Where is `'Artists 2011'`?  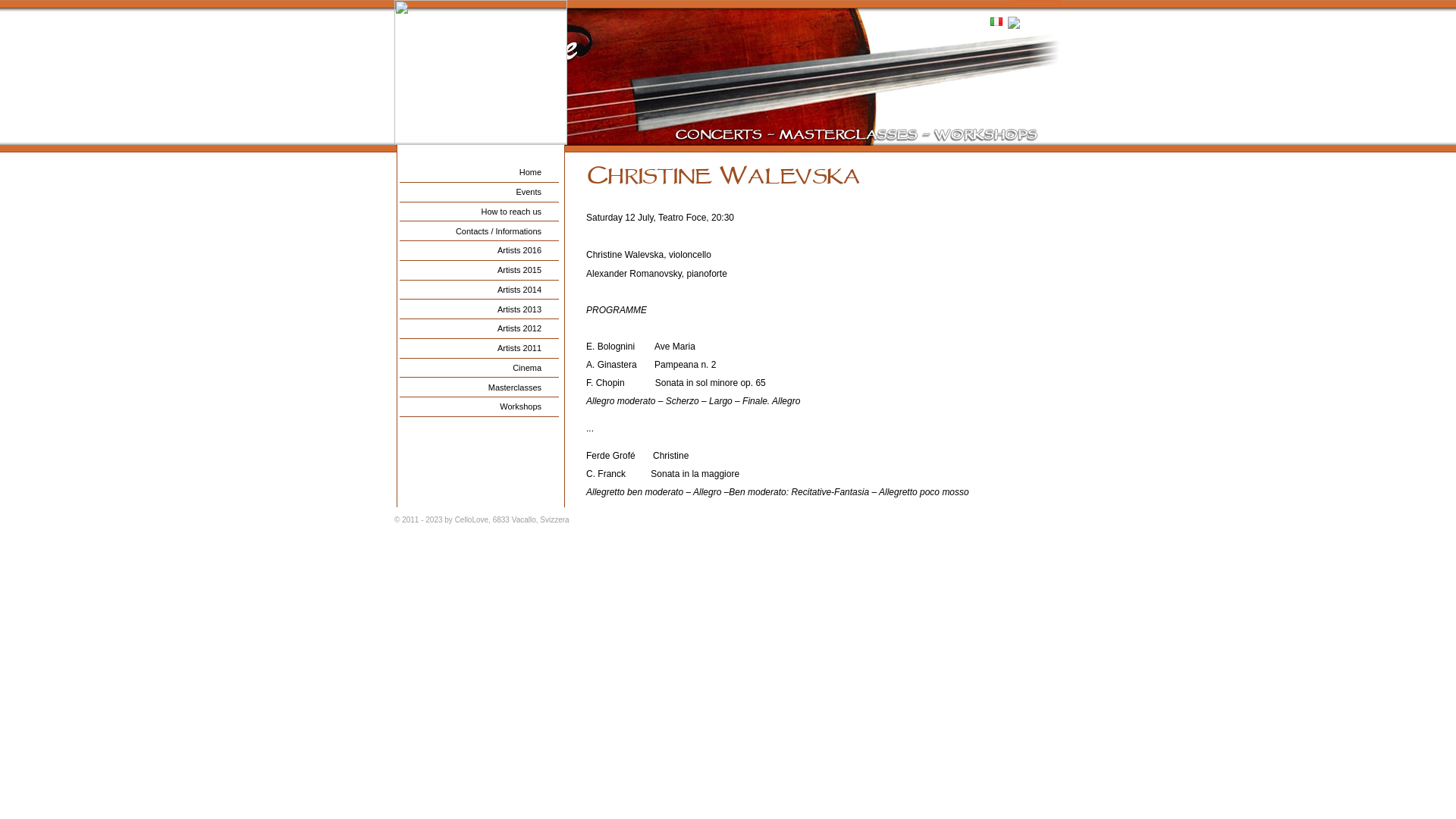
'Artists 2011' is located at coordinates (400, 348).